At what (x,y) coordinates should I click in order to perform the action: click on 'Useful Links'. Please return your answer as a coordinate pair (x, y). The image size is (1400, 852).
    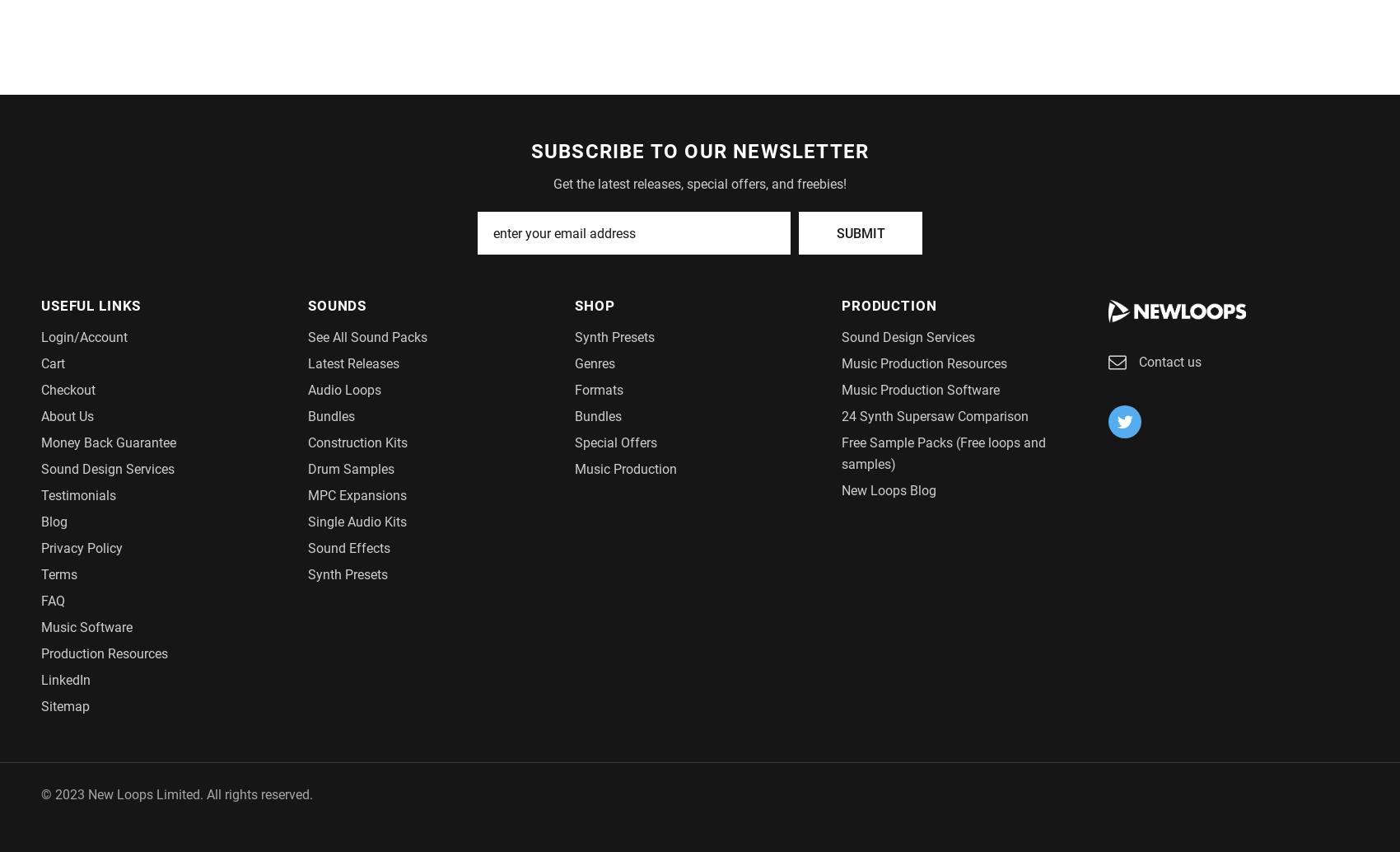
    Looking at the image, I should click on (90, 303).